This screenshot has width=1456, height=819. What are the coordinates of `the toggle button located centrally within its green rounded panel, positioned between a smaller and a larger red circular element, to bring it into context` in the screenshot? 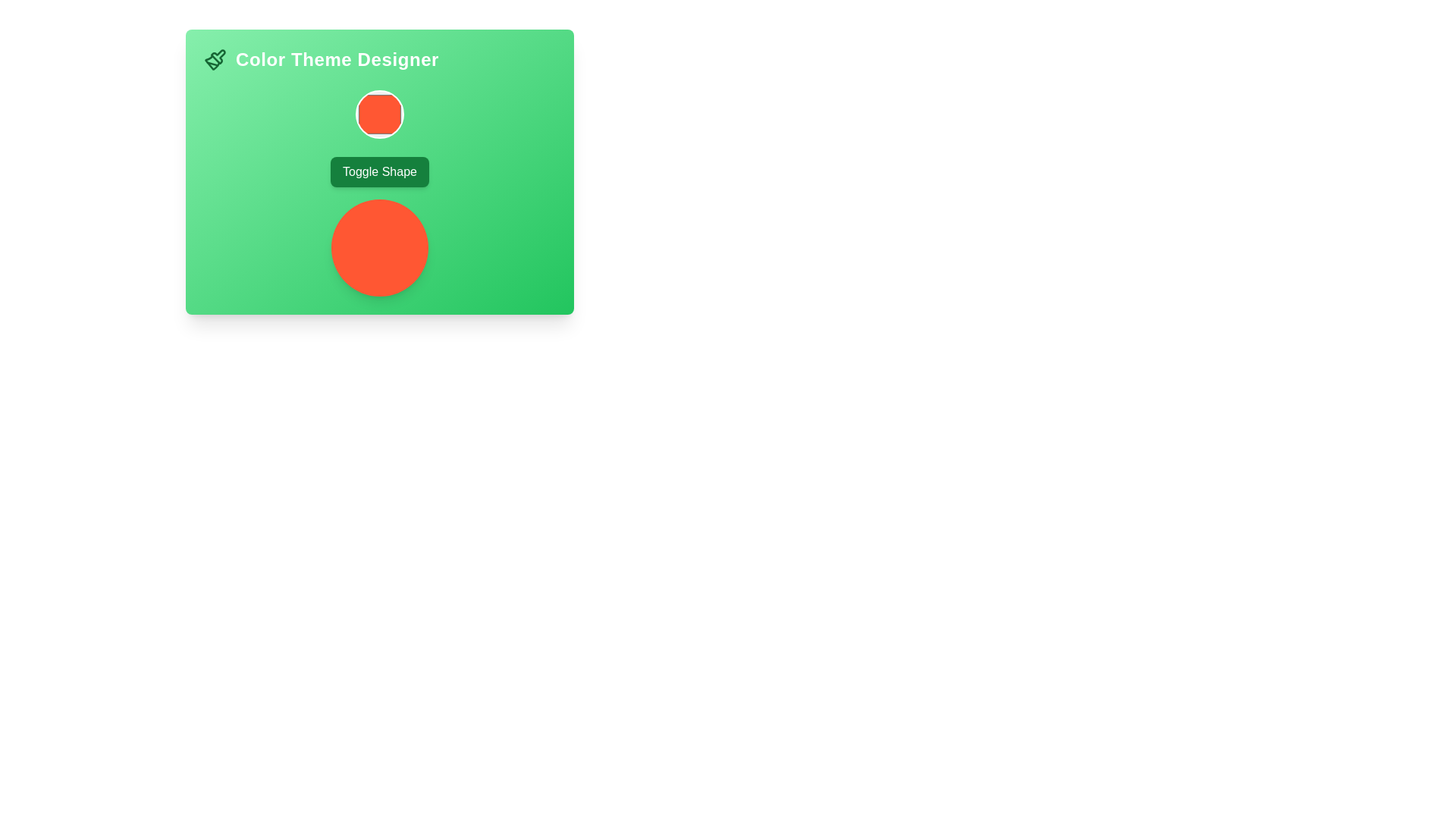 It's located at (379, 171).